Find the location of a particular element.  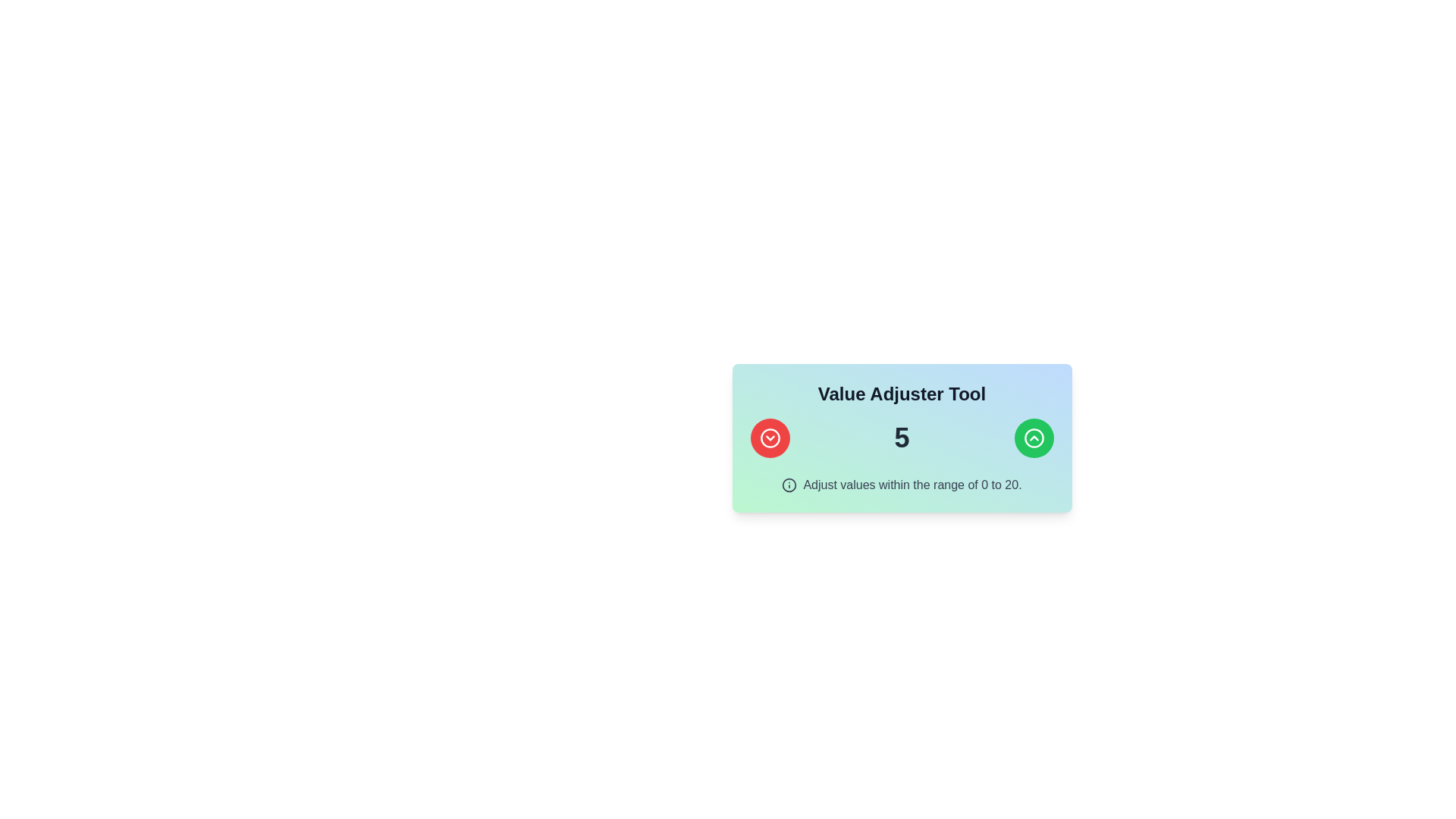

the decrease value button located in the leftmost position of the Value Adjuster Tool interface, adjacent to a centered numeric value and a green circular button is located at coordinates (770, 438).